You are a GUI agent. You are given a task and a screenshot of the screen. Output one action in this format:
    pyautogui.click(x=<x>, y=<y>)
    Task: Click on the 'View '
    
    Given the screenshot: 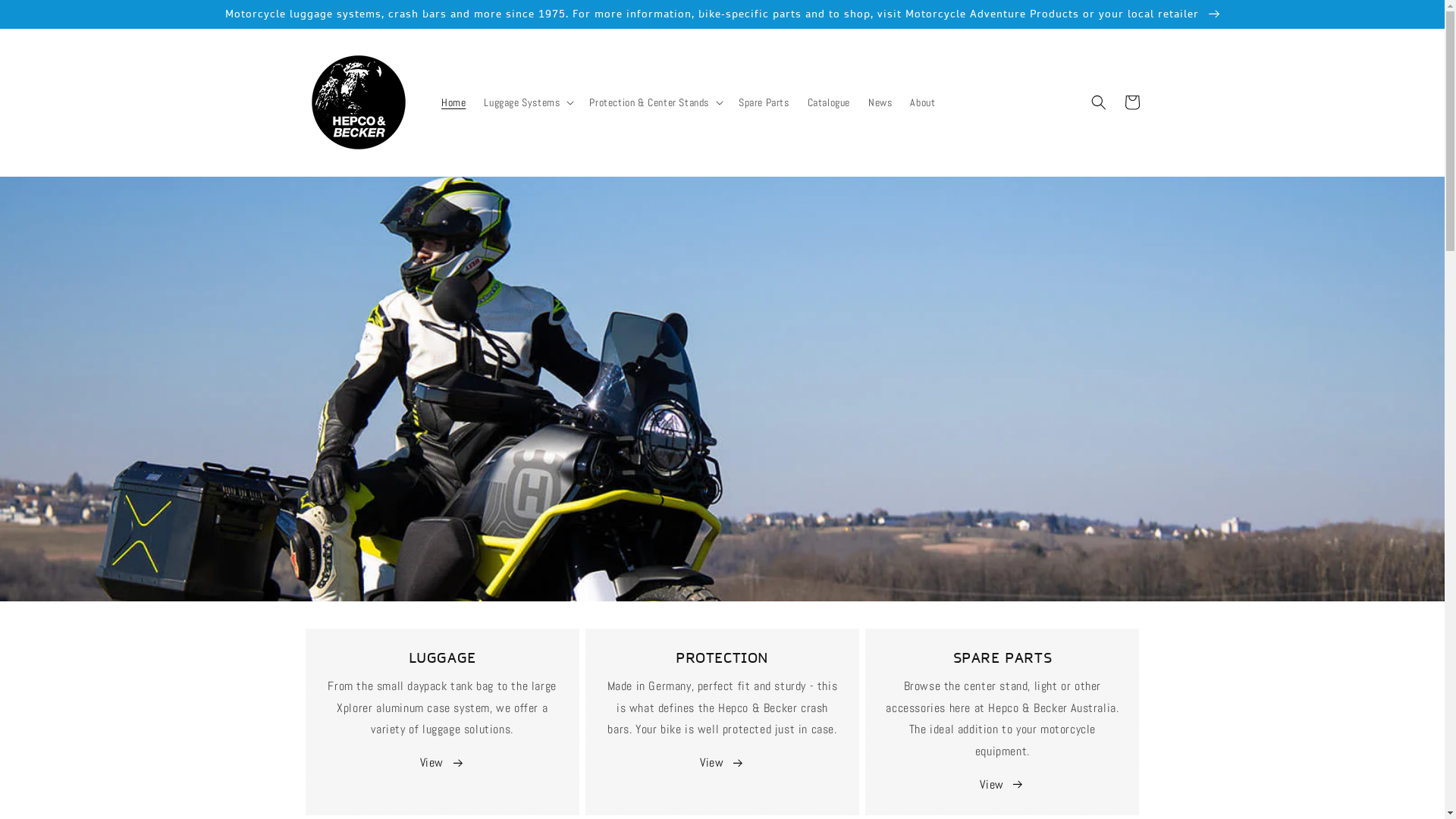 What is the action you would take?
    pyautogui.click(x=1002, y=785)
    